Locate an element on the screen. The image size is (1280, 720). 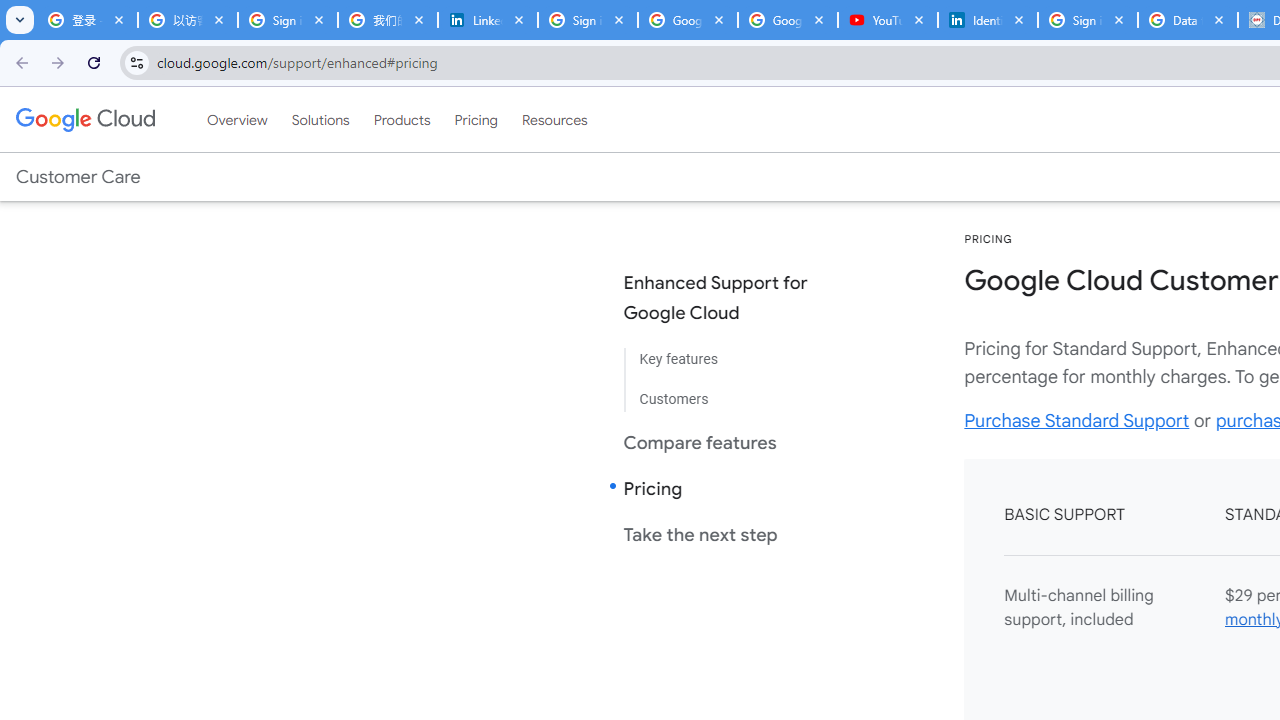
'Customers' is located at coordinates (731, 392).